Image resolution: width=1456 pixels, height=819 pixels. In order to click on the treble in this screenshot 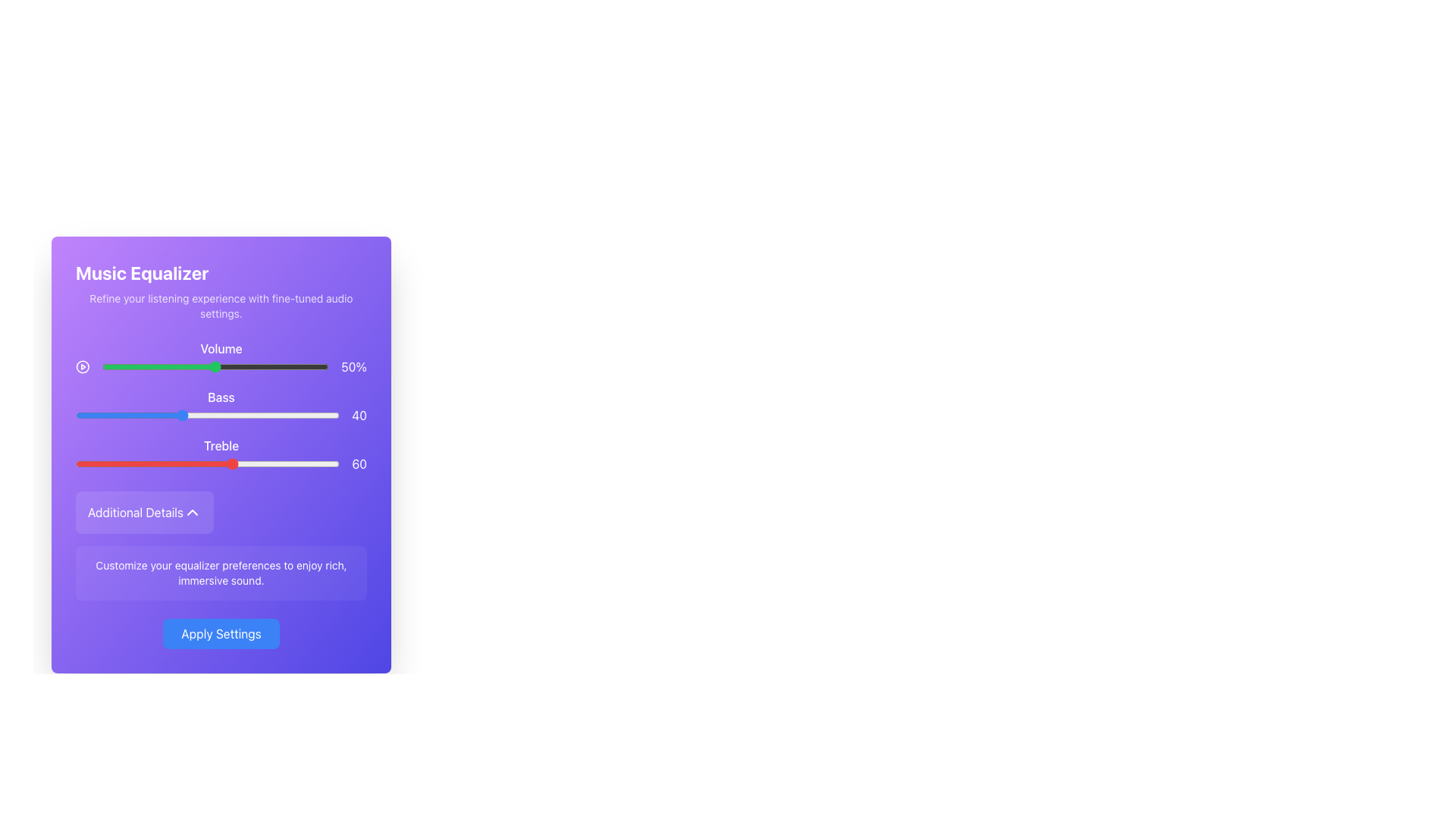, I will do `click(117, 463)`.